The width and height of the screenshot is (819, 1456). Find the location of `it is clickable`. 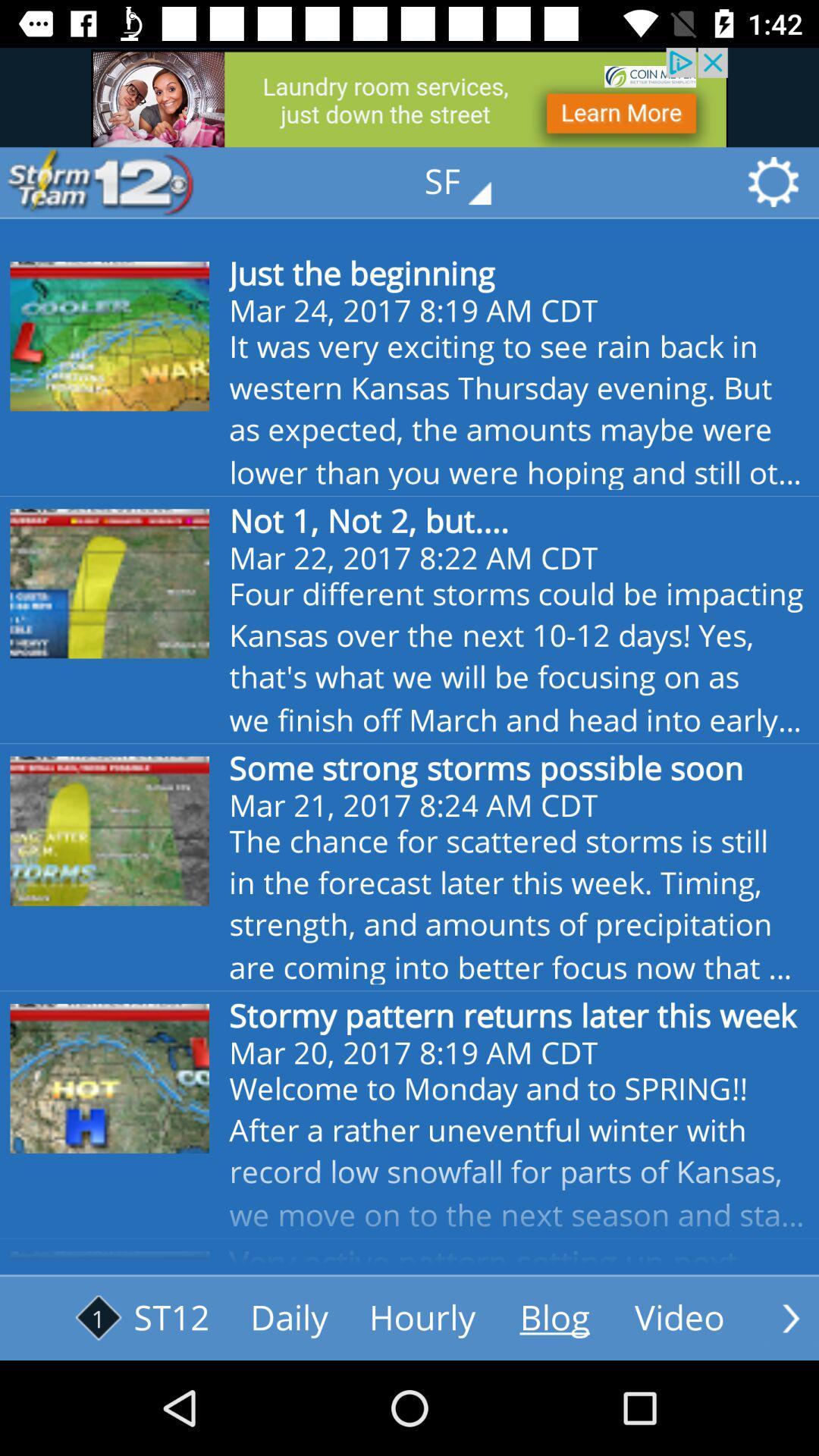

it is clickable is located at coordinates (679, 1317).